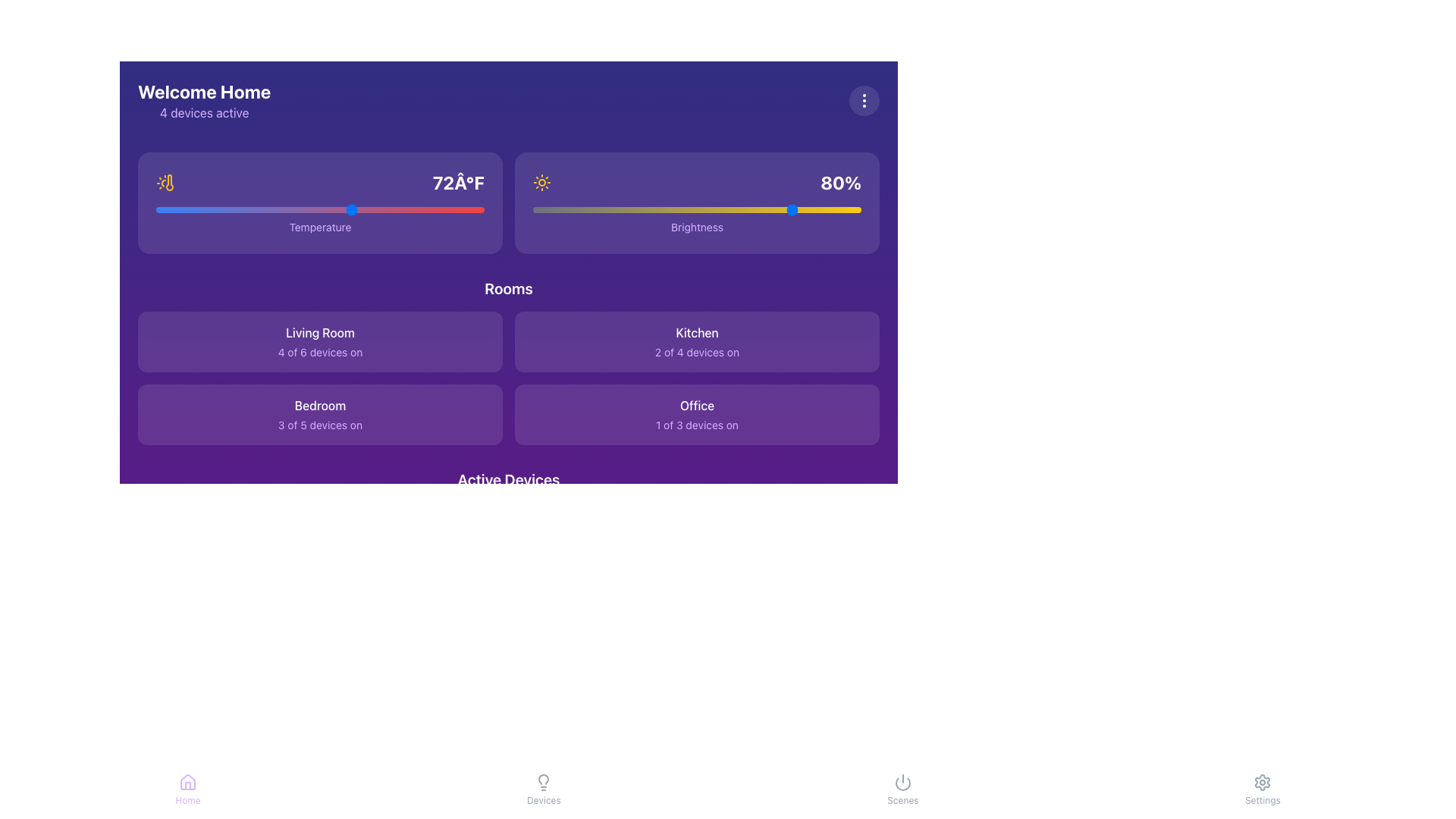  I want to click on the temperature, so click(352, 210).